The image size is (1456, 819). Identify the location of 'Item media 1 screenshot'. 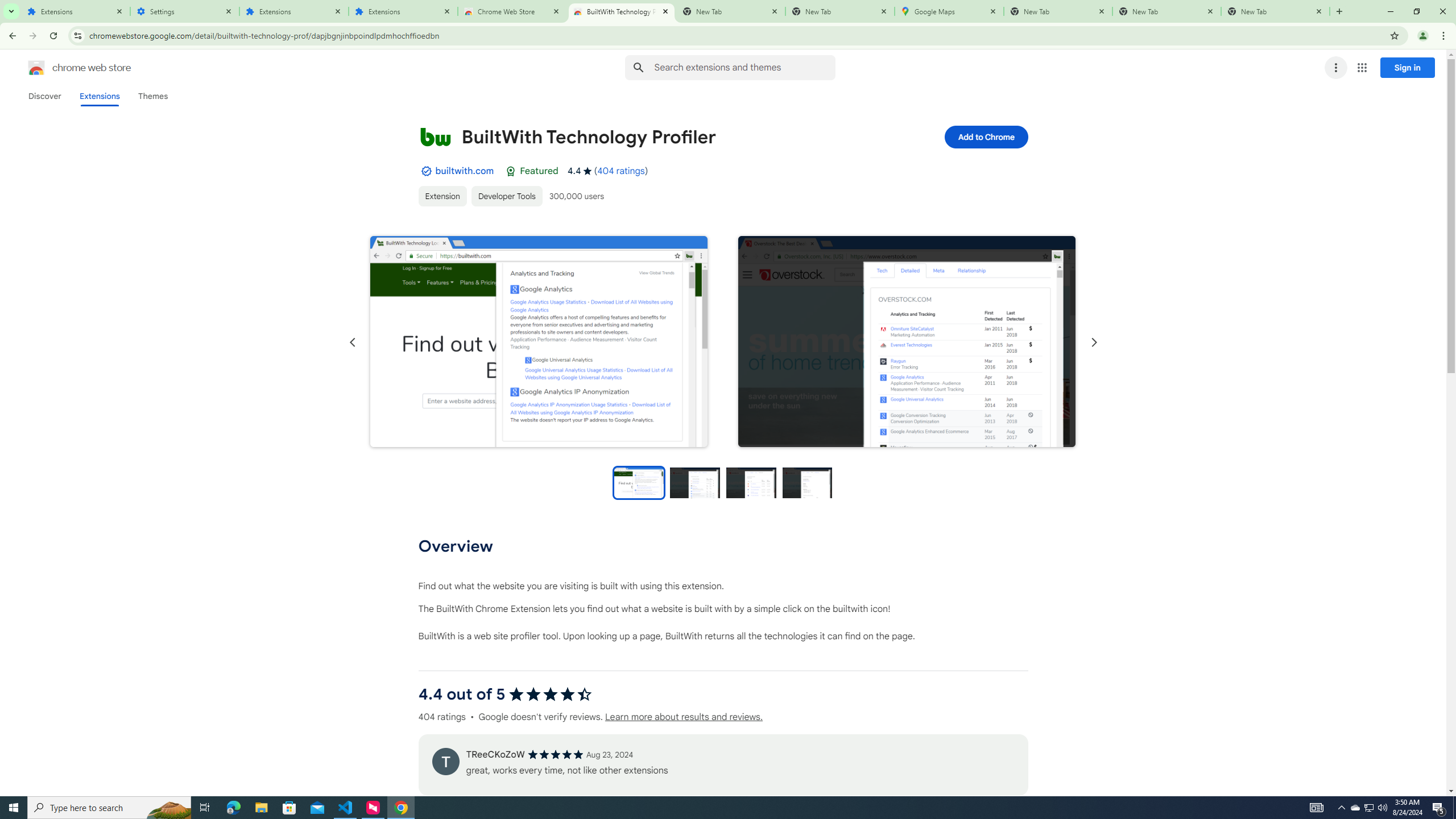
(538, 341).